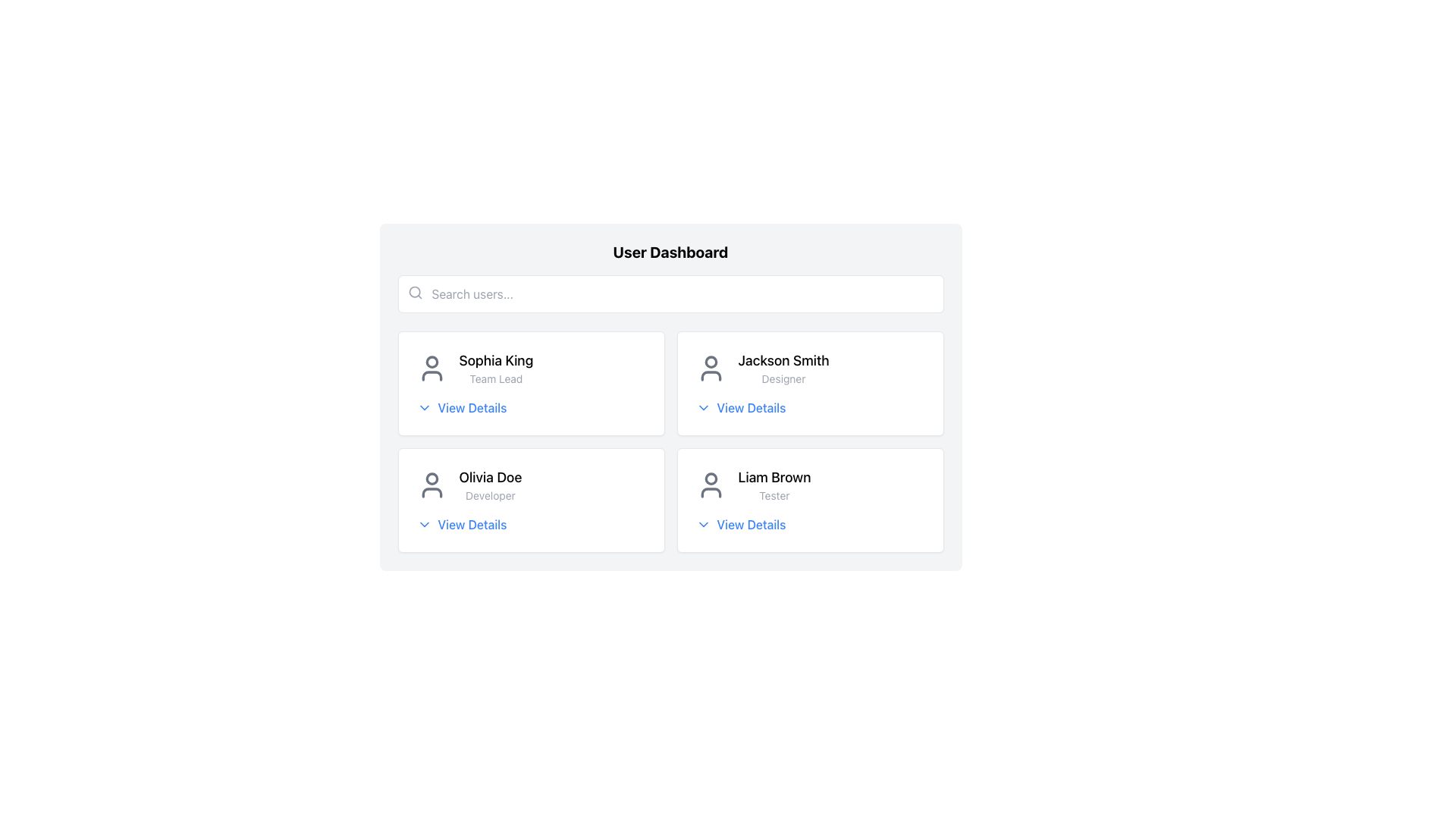 This screenshot has width=1456, height=819. Describe the element at coordinates (741, 523) in the screenshot. I see `the interactive link located at the bottom-right corner of the fourth card` at that location.